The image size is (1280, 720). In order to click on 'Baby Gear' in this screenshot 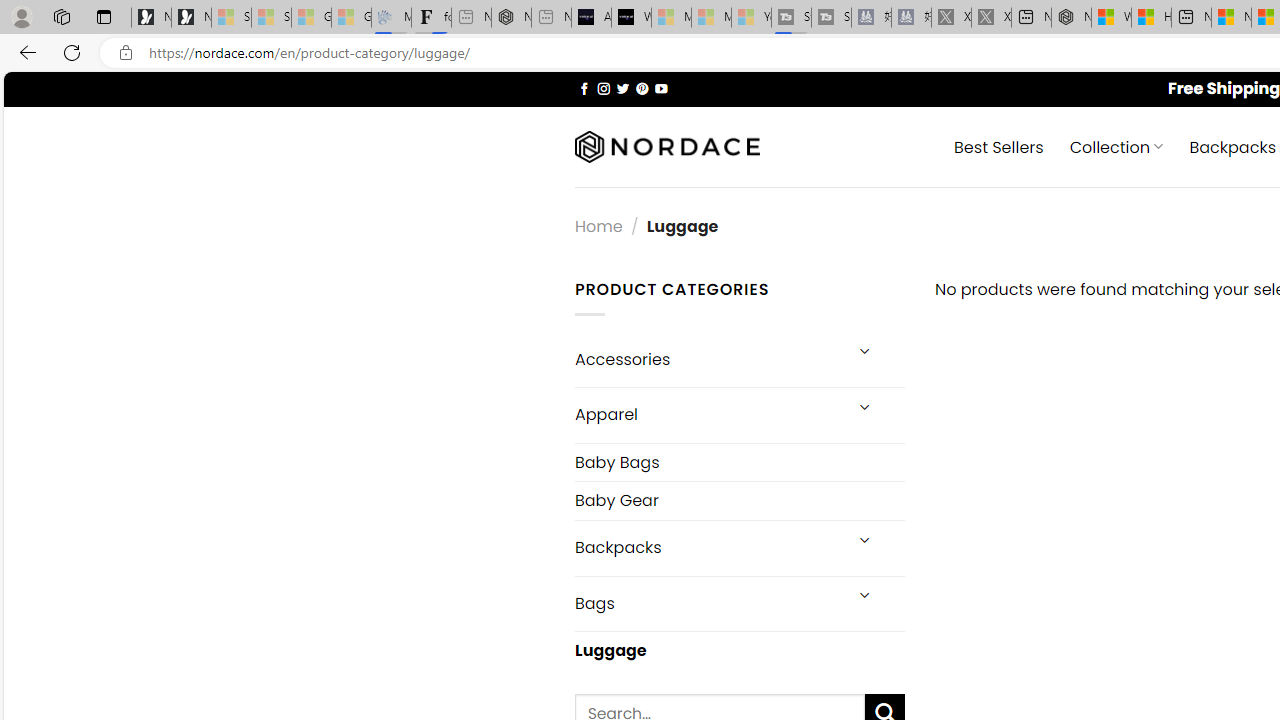, I will do `click(738, 499)`.